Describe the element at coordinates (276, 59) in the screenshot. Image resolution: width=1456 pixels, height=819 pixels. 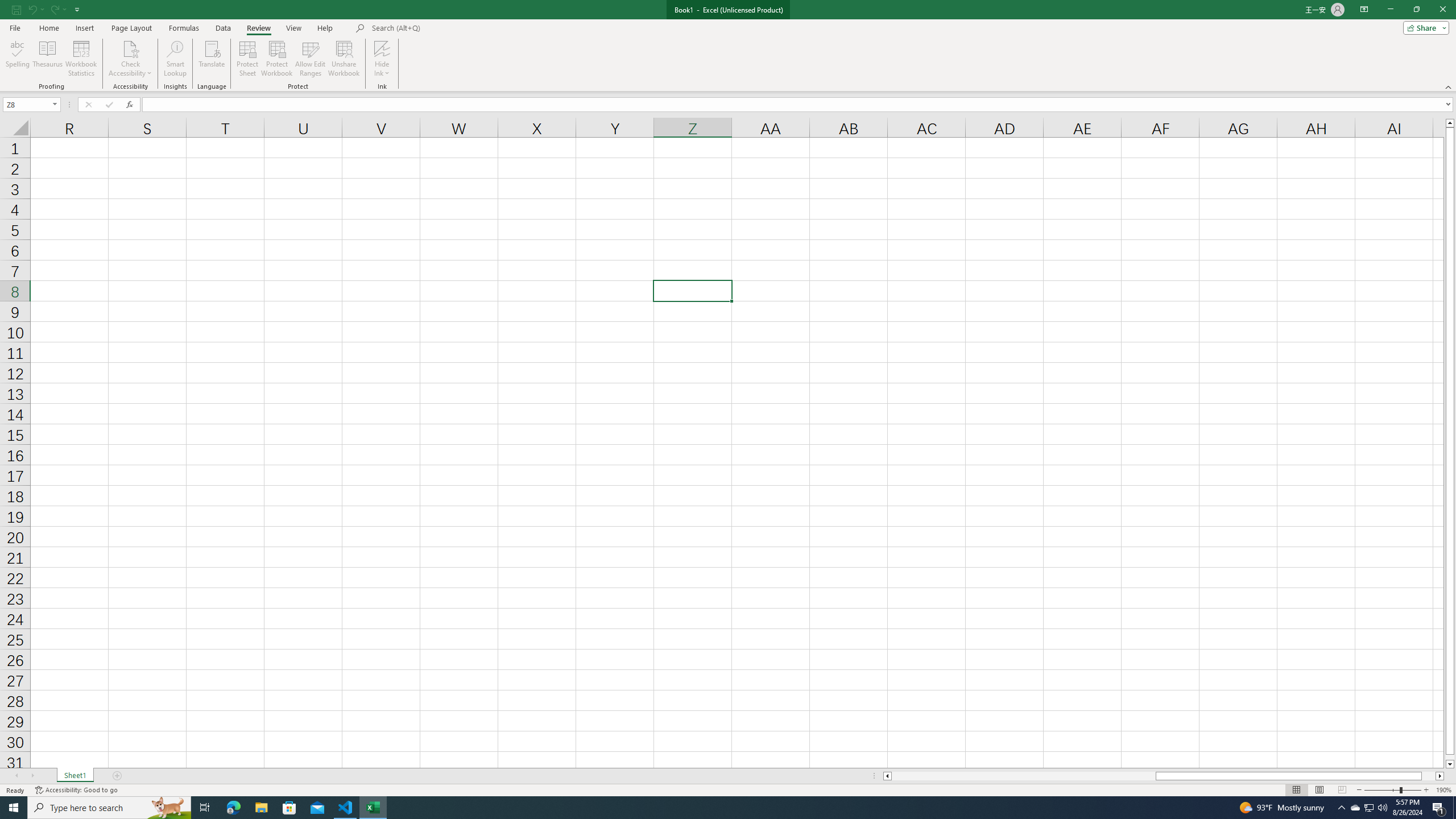
I see `'Protect Workbook...'` at that location.